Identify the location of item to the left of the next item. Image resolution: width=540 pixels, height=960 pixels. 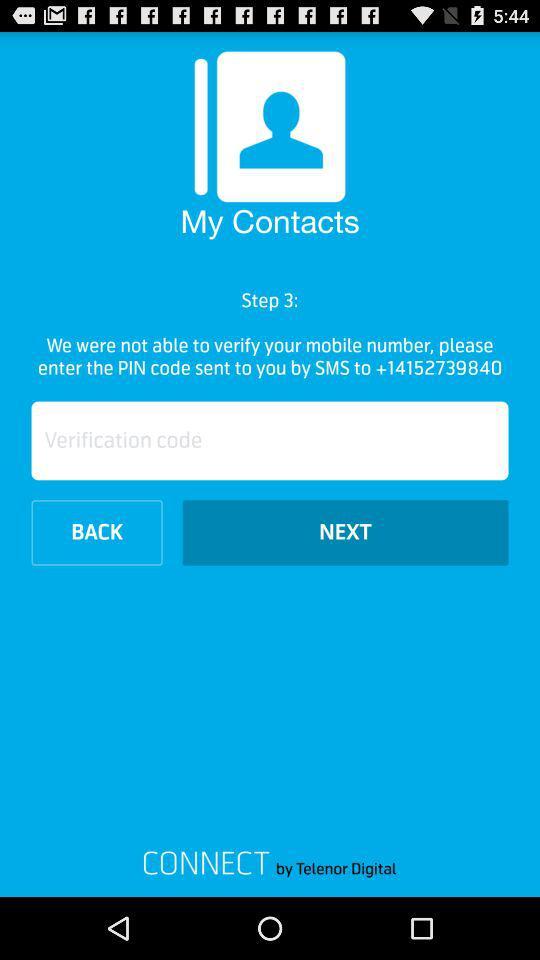
(96, 531).